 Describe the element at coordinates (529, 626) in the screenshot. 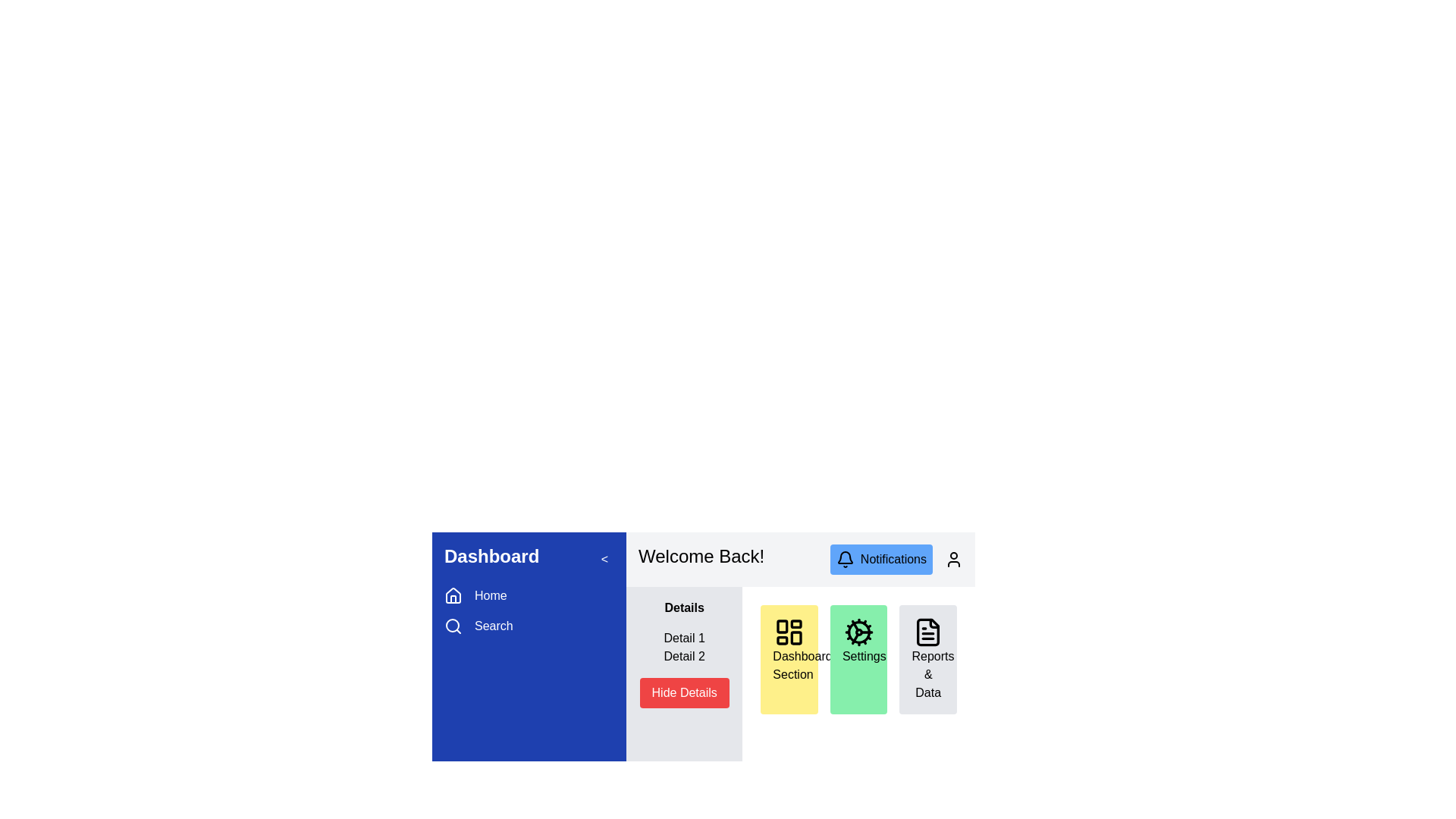

I see `the Navigation button located in the left-side blue navigation bar, directly below the 'Home' labeled element` at that location.